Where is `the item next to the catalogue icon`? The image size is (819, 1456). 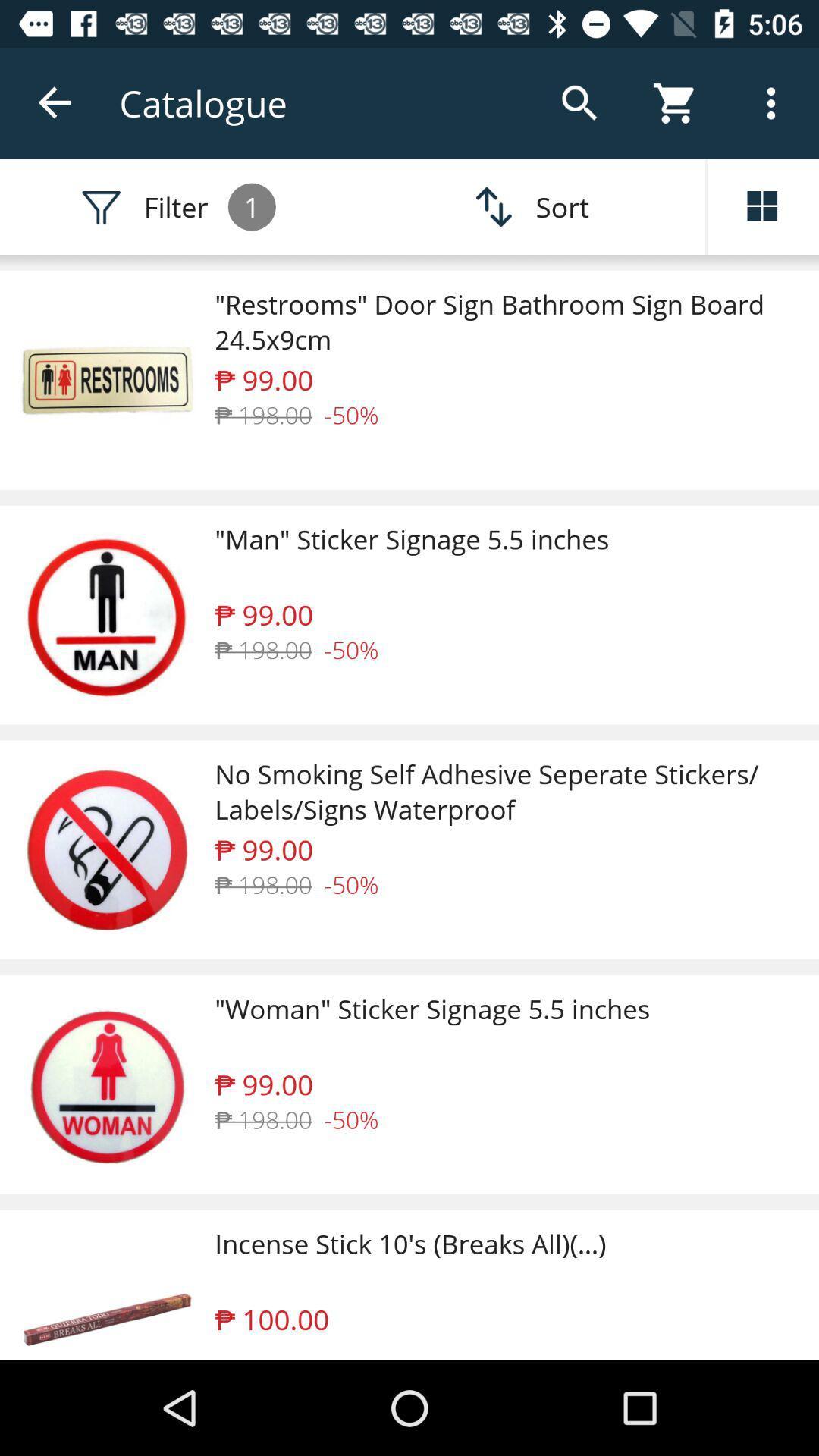
the item next to the catalogue icon is located at coordinates (55, 102).